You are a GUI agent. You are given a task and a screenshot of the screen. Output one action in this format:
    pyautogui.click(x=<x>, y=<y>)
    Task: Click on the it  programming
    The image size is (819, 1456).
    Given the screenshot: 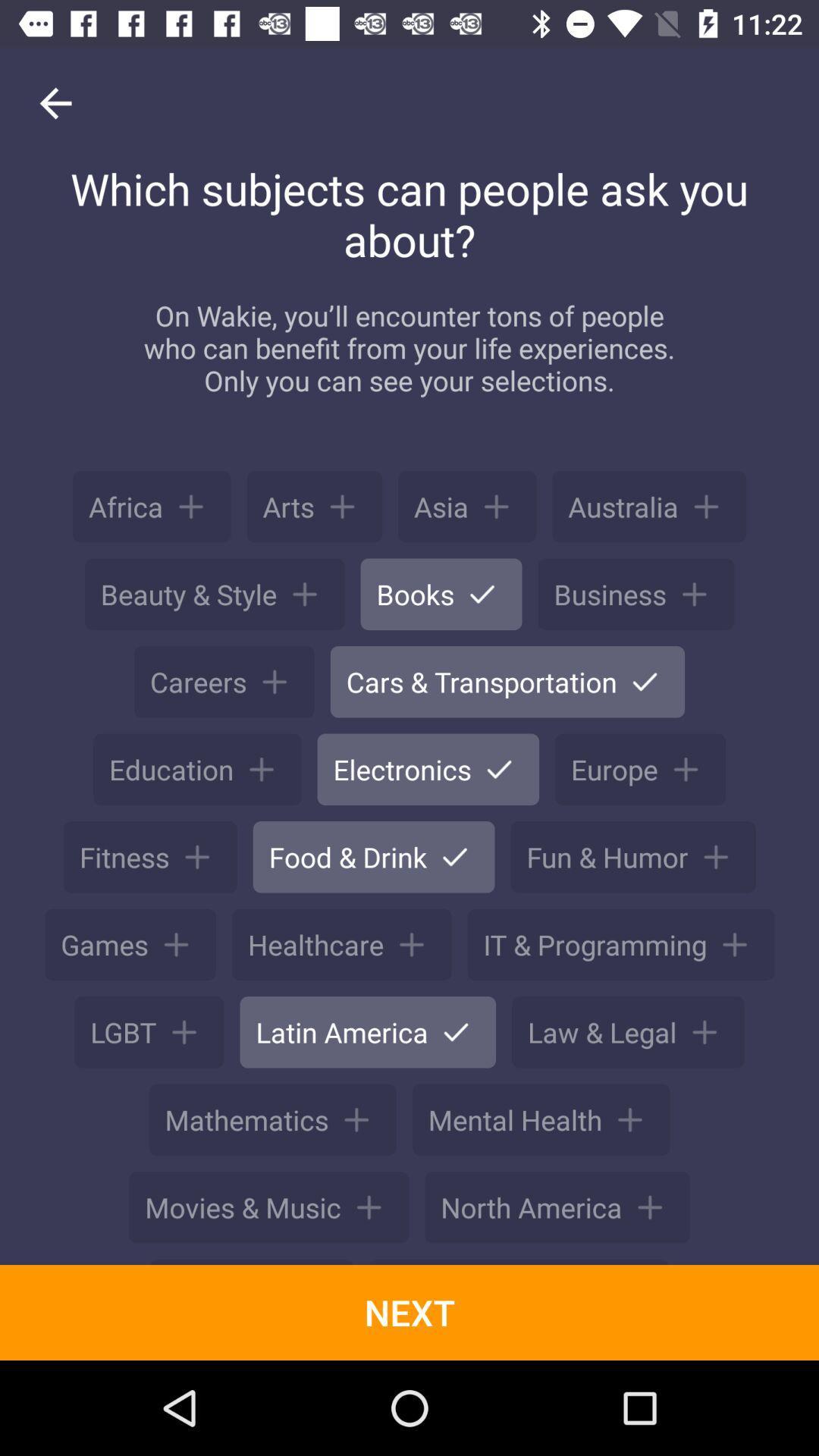 What is the action you would take?
    pyautogui.click(x=620, y=944)
    